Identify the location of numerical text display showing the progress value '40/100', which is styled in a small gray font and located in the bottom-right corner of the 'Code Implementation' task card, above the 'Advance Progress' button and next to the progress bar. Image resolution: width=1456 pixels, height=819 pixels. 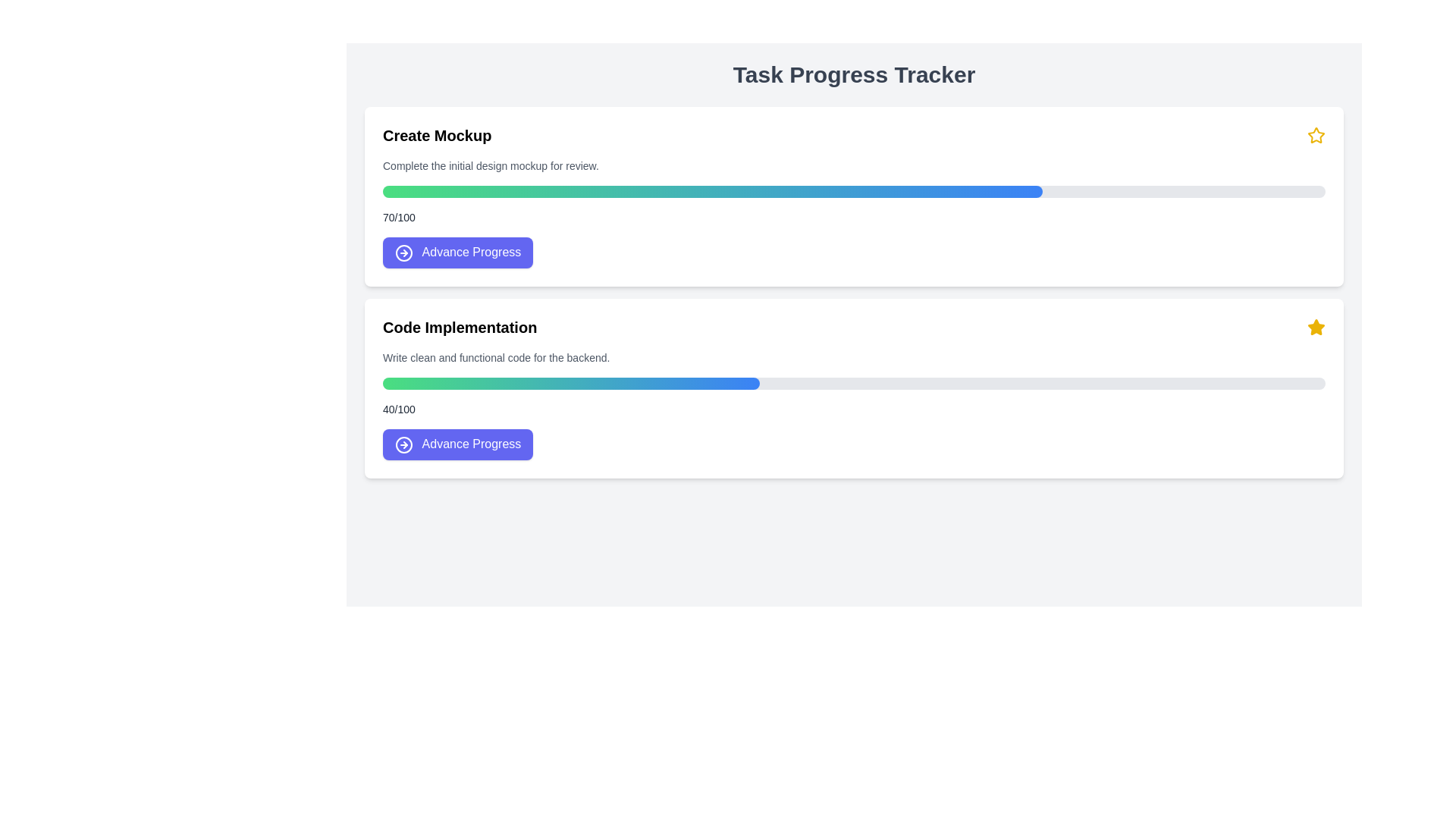
(399, 408).